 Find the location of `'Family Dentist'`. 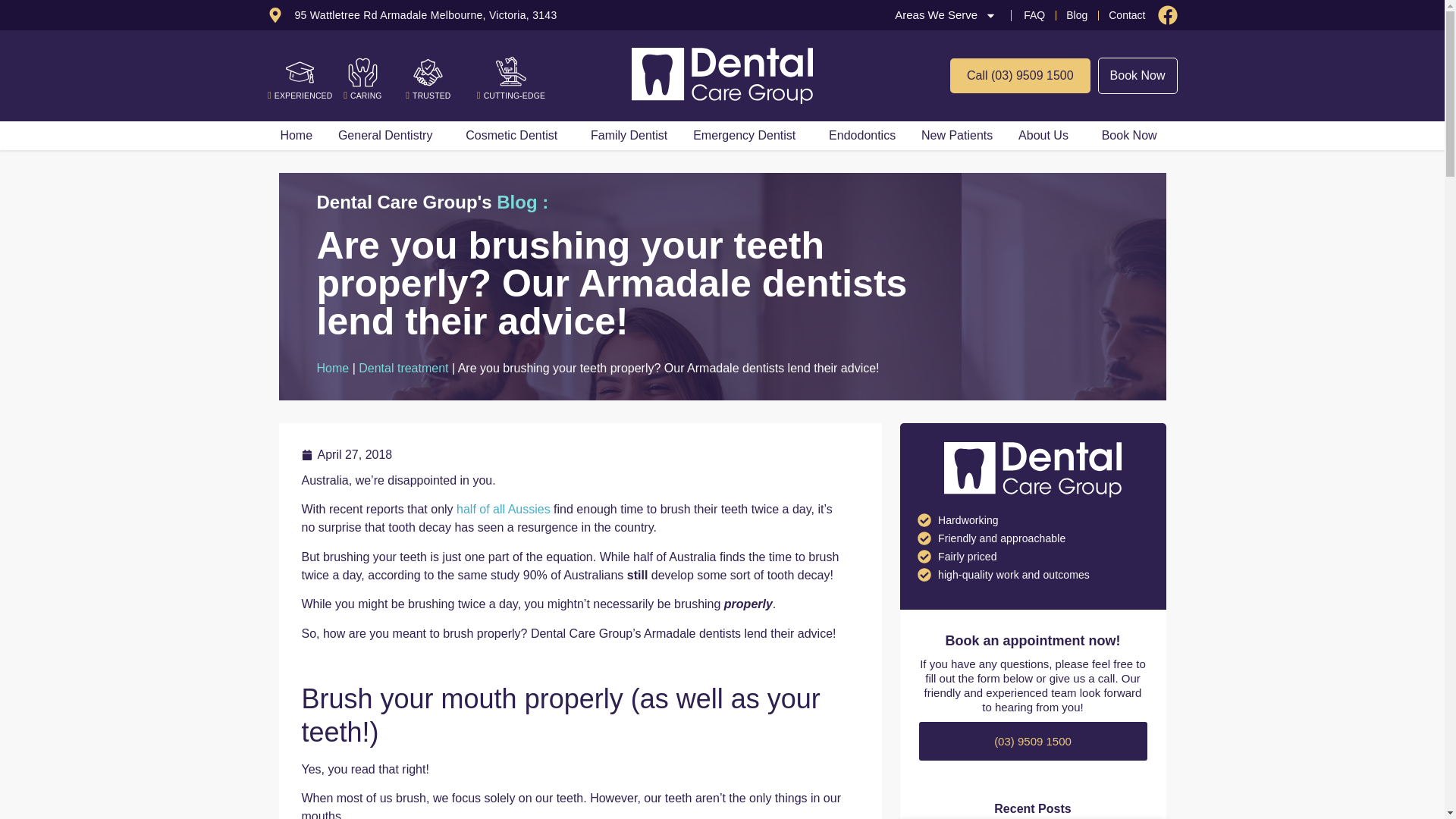

'Family Dentist' is located at coordinates (577, 134).